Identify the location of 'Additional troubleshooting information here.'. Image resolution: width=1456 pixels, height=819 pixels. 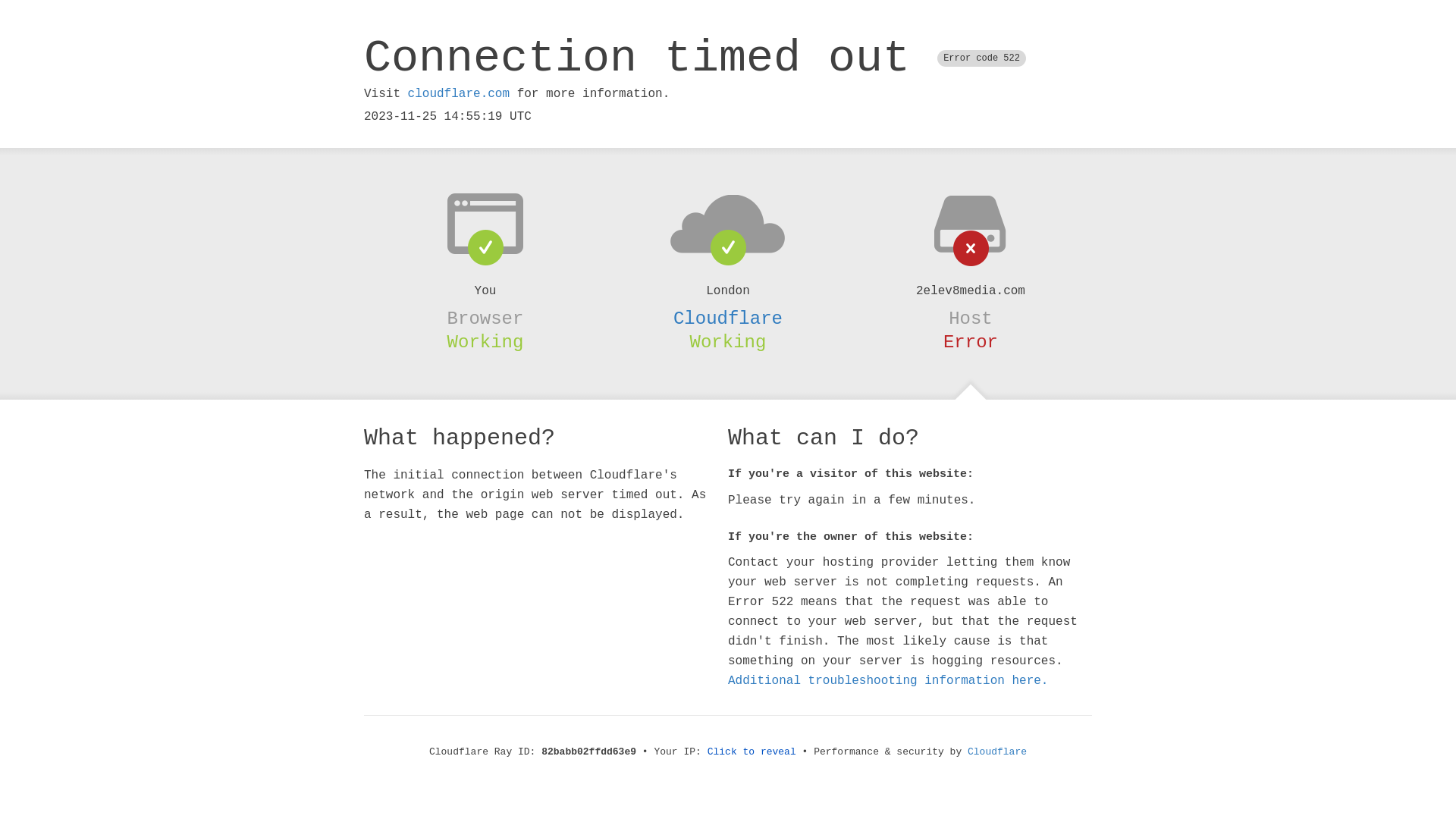
(888, 680).